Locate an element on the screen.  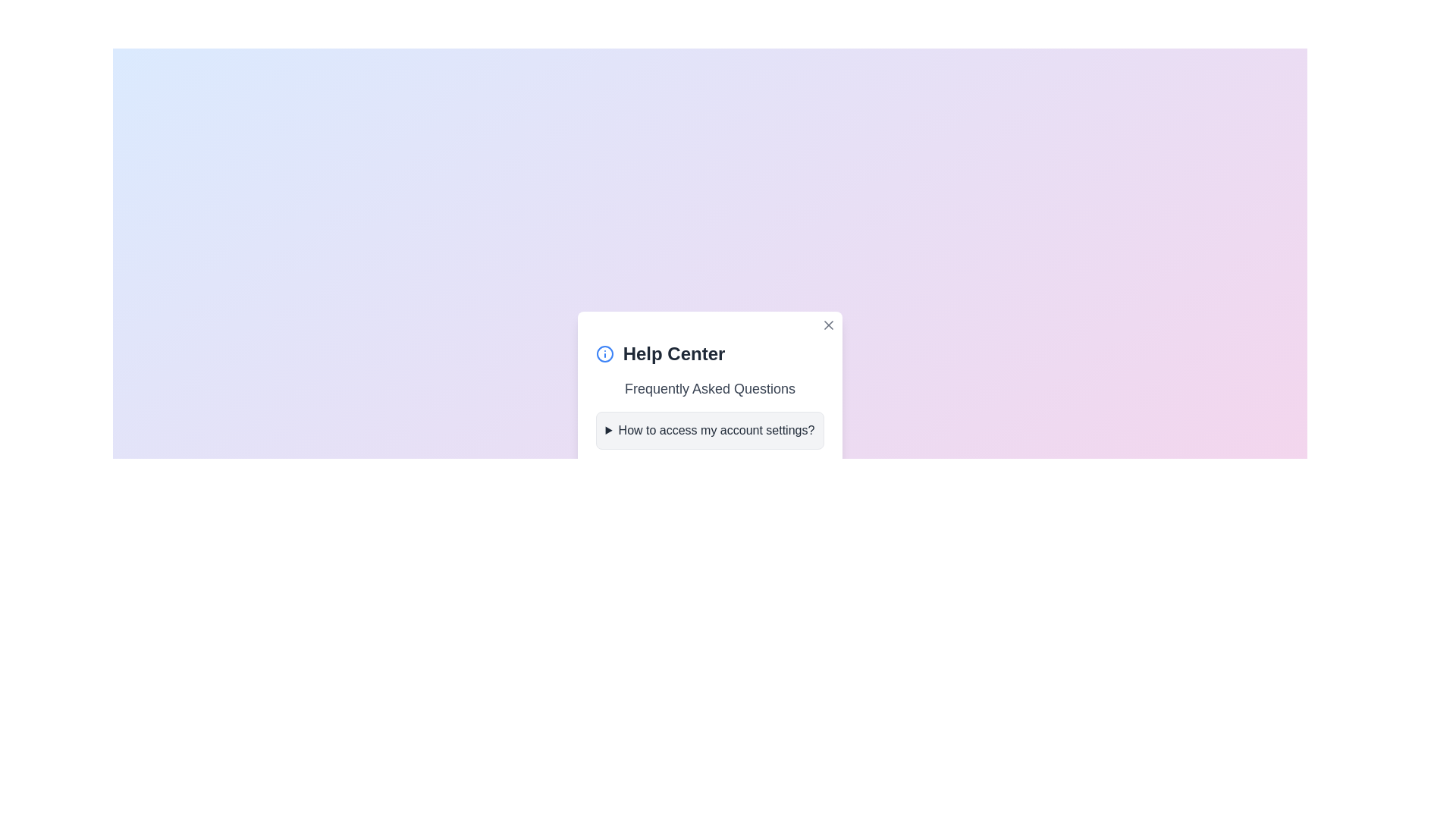
the close button located at the top-right corner of the 'Help Center' modal dialog is located at coordinates (828, 324).